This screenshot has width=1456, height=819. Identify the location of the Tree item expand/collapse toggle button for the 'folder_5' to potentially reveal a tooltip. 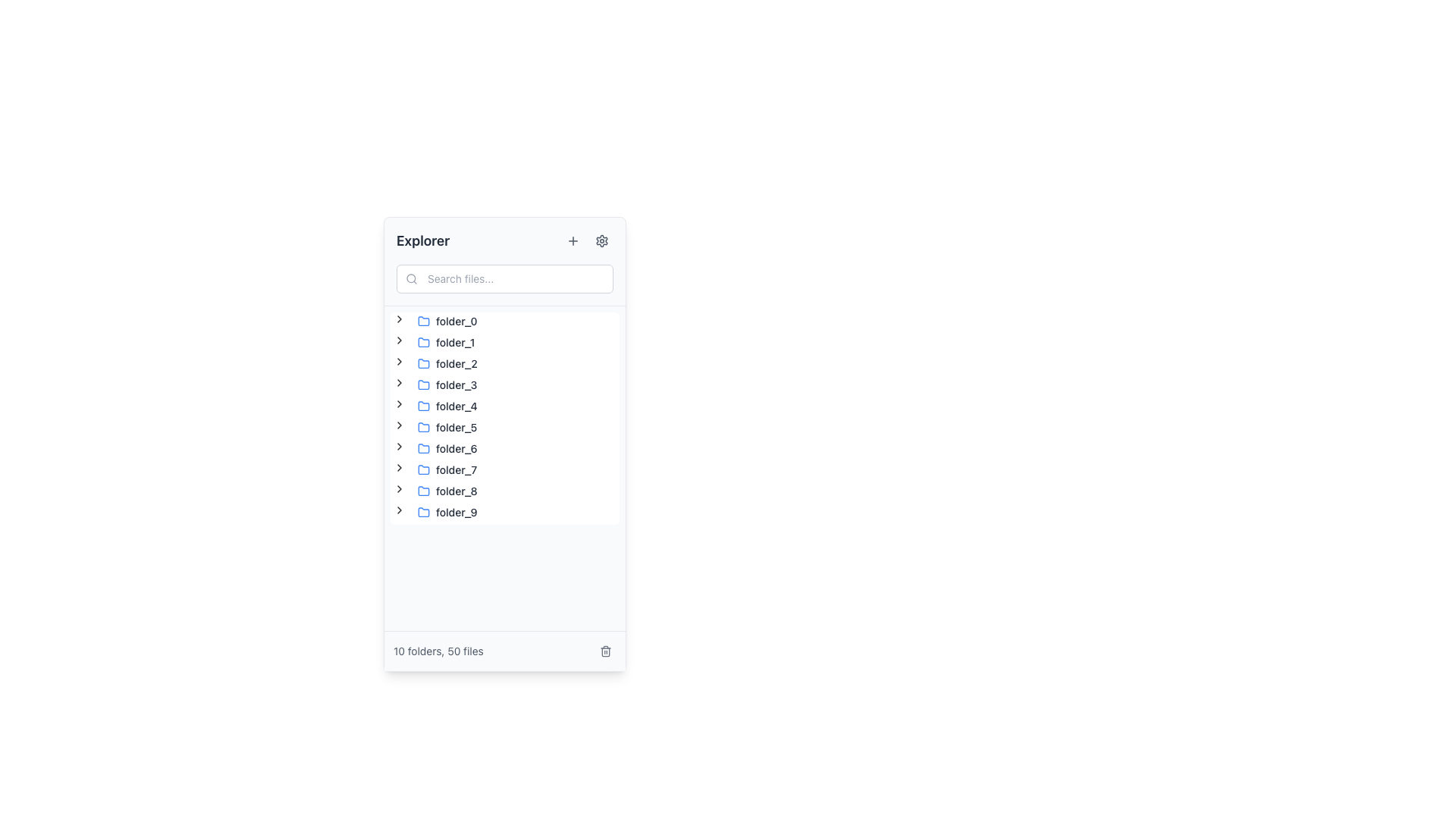
(400, 427).